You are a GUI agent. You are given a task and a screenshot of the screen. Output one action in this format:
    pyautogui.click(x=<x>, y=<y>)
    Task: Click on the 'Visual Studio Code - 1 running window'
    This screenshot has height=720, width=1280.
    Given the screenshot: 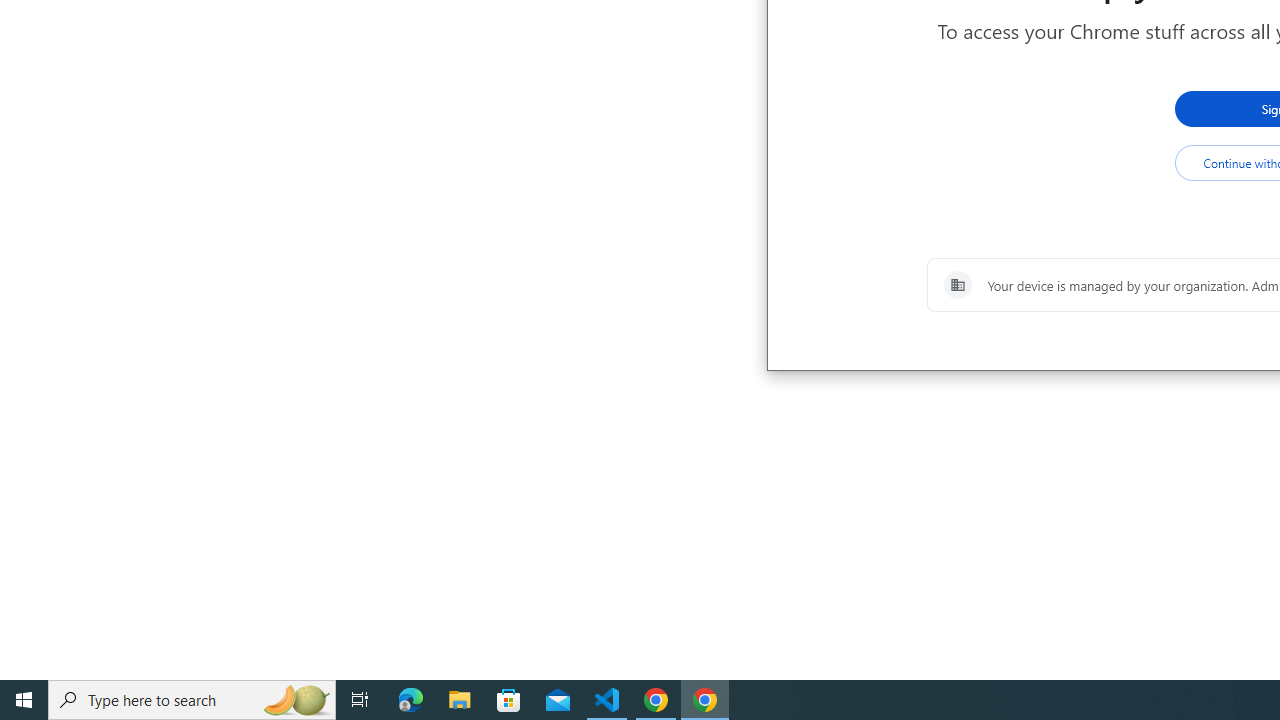 What is the action you would take?
    pyautogui.click(x=606, y=698)
    